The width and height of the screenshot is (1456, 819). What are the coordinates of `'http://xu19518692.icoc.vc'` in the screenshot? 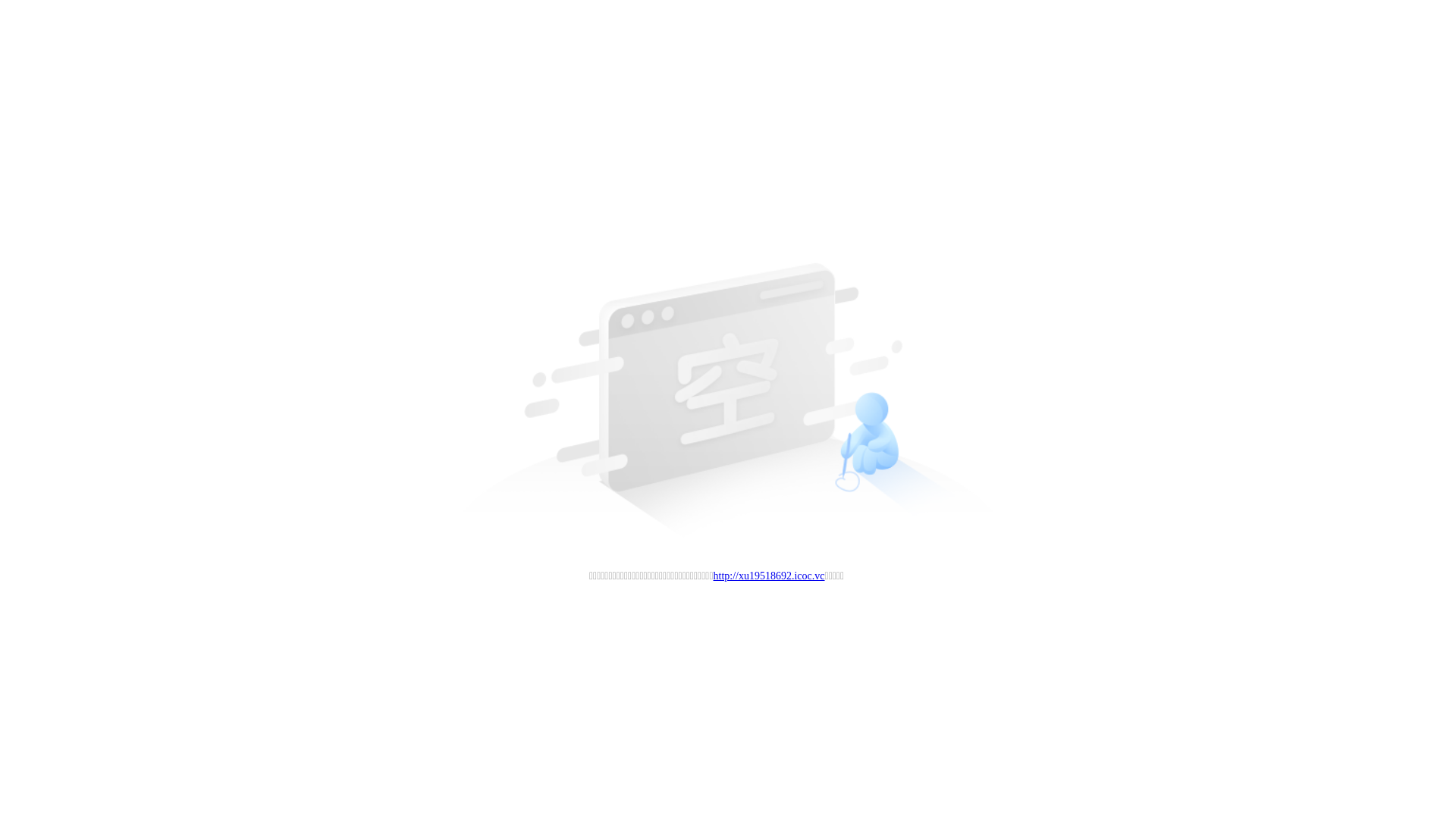 It's located at (769, 576).